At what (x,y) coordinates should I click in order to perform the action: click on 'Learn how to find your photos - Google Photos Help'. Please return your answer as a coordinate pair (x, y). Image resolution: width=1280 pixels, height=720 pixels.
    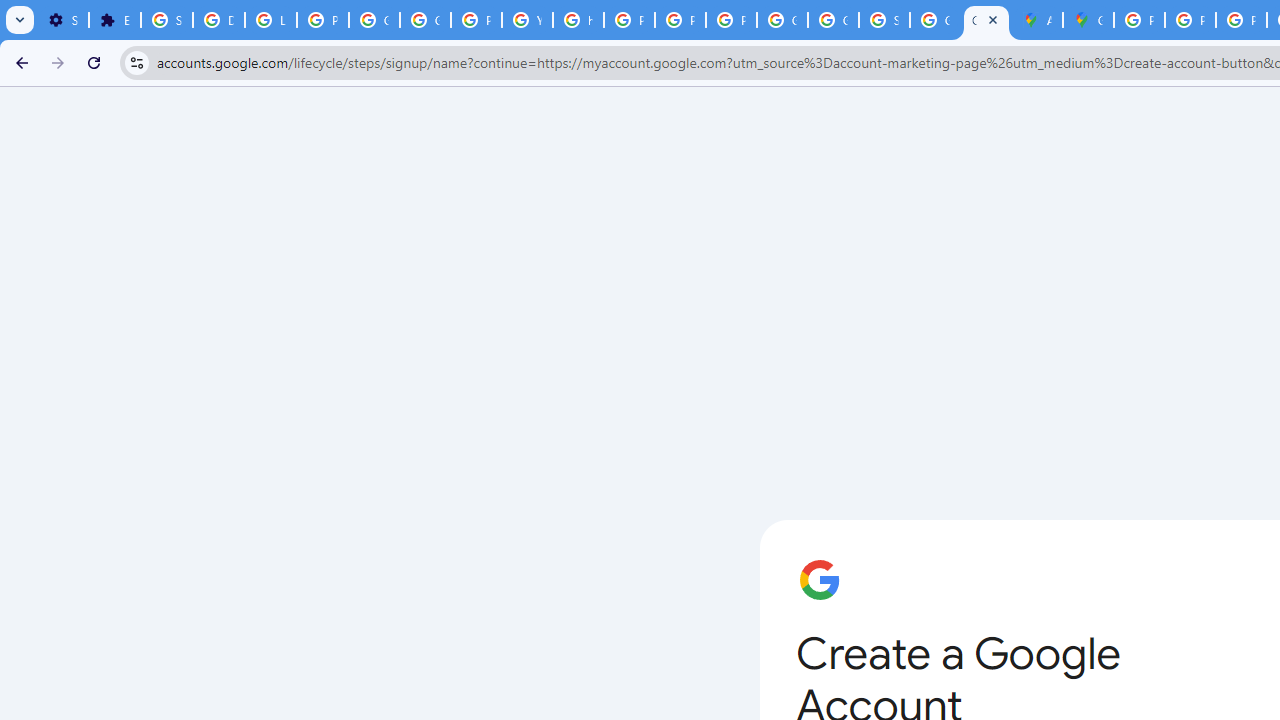
    Looking at the image, I should click on (269, 20).